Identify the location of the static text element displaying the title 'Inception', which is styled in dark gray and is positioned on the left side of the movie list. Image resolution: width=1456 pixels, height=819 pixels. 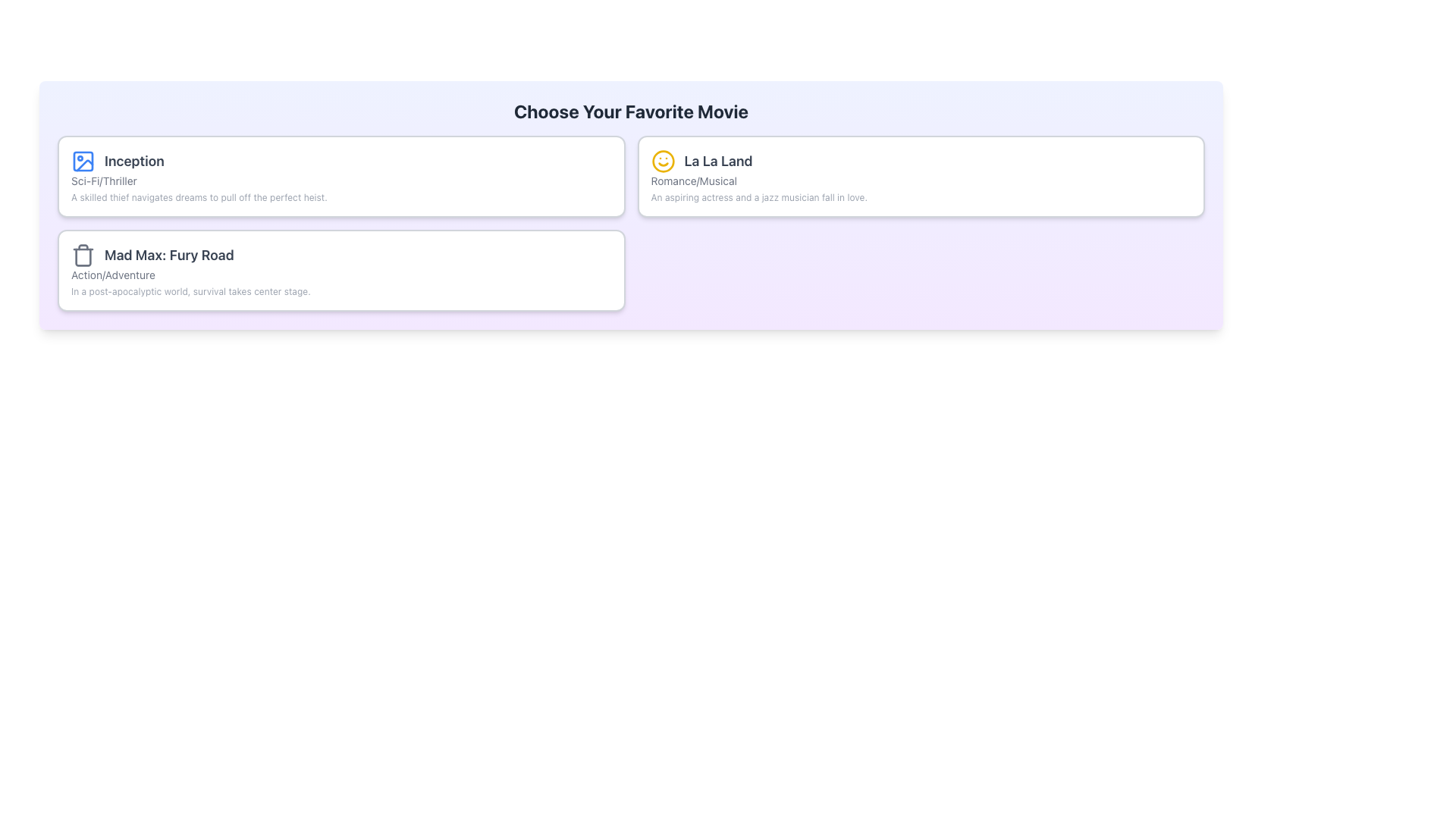
(134, 161).